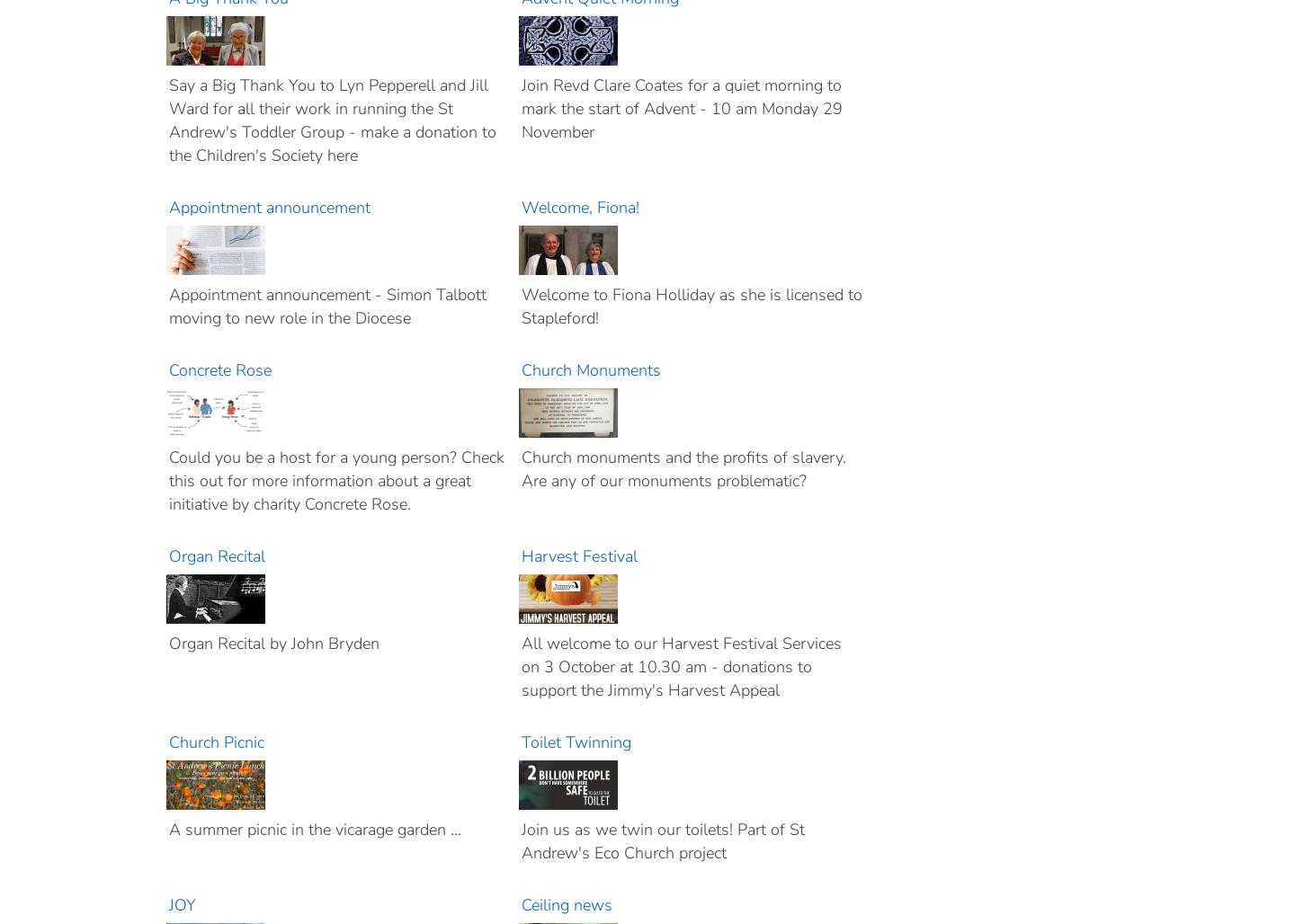 The height and width of the screenshot is (924, 1295). I want to click on 'Appointment announcement', so click(268, 206).